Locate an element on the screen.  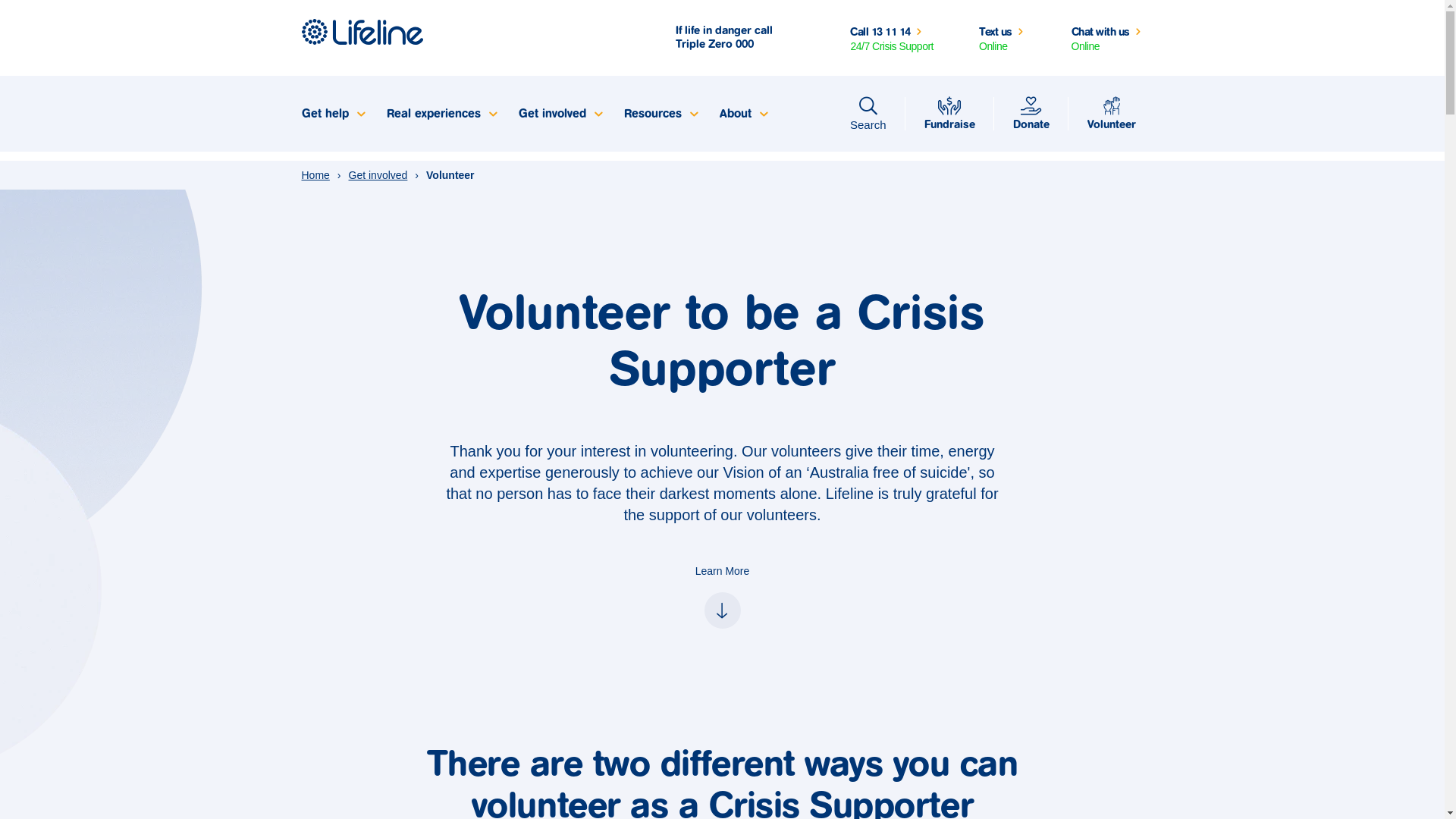
'Resources' is located at coordinates (660, 113).